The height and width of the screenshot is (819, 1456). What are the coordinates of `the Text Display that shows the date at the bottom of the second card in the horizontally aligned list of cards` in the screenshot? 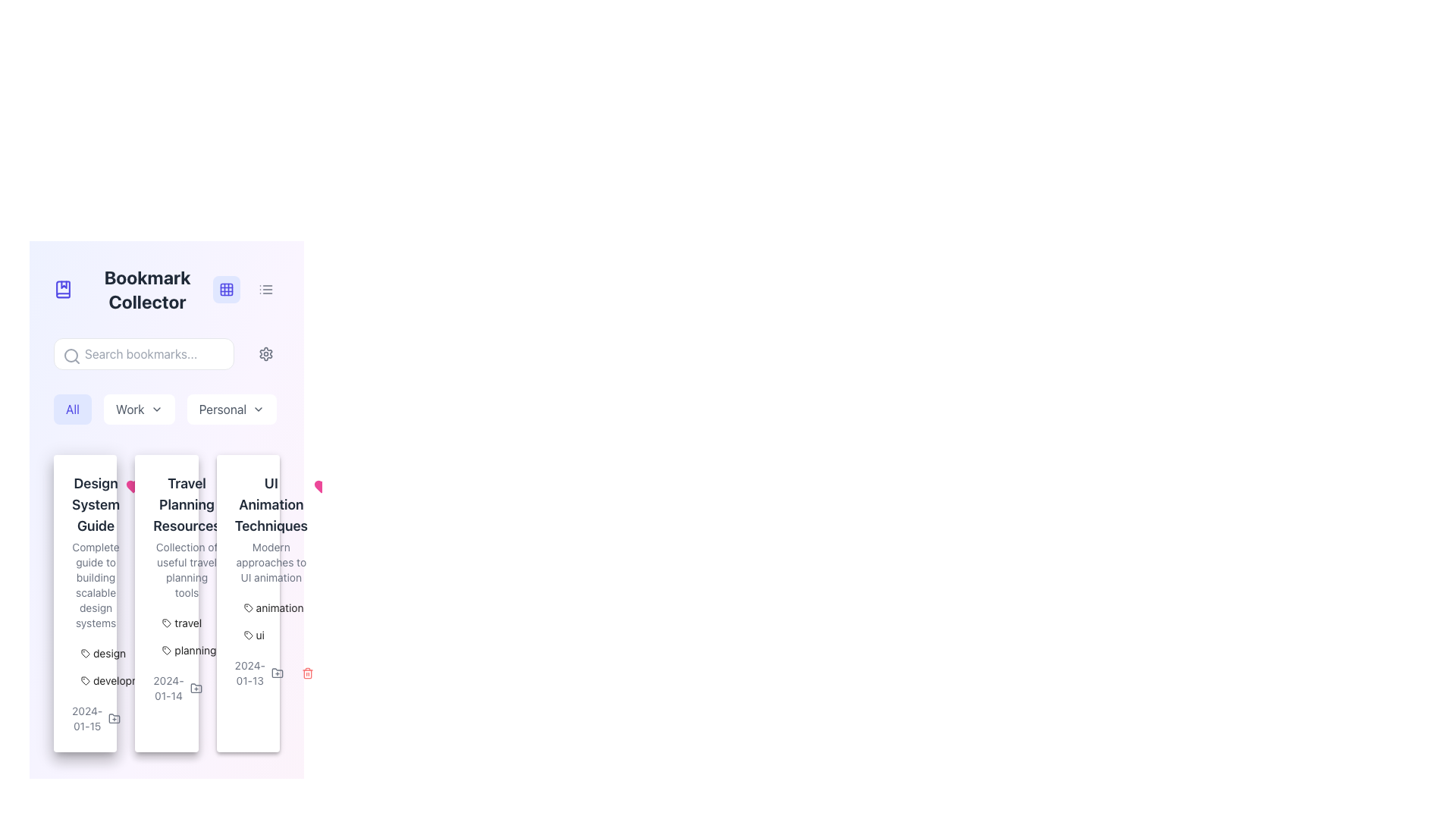 It's located at (168, 688).